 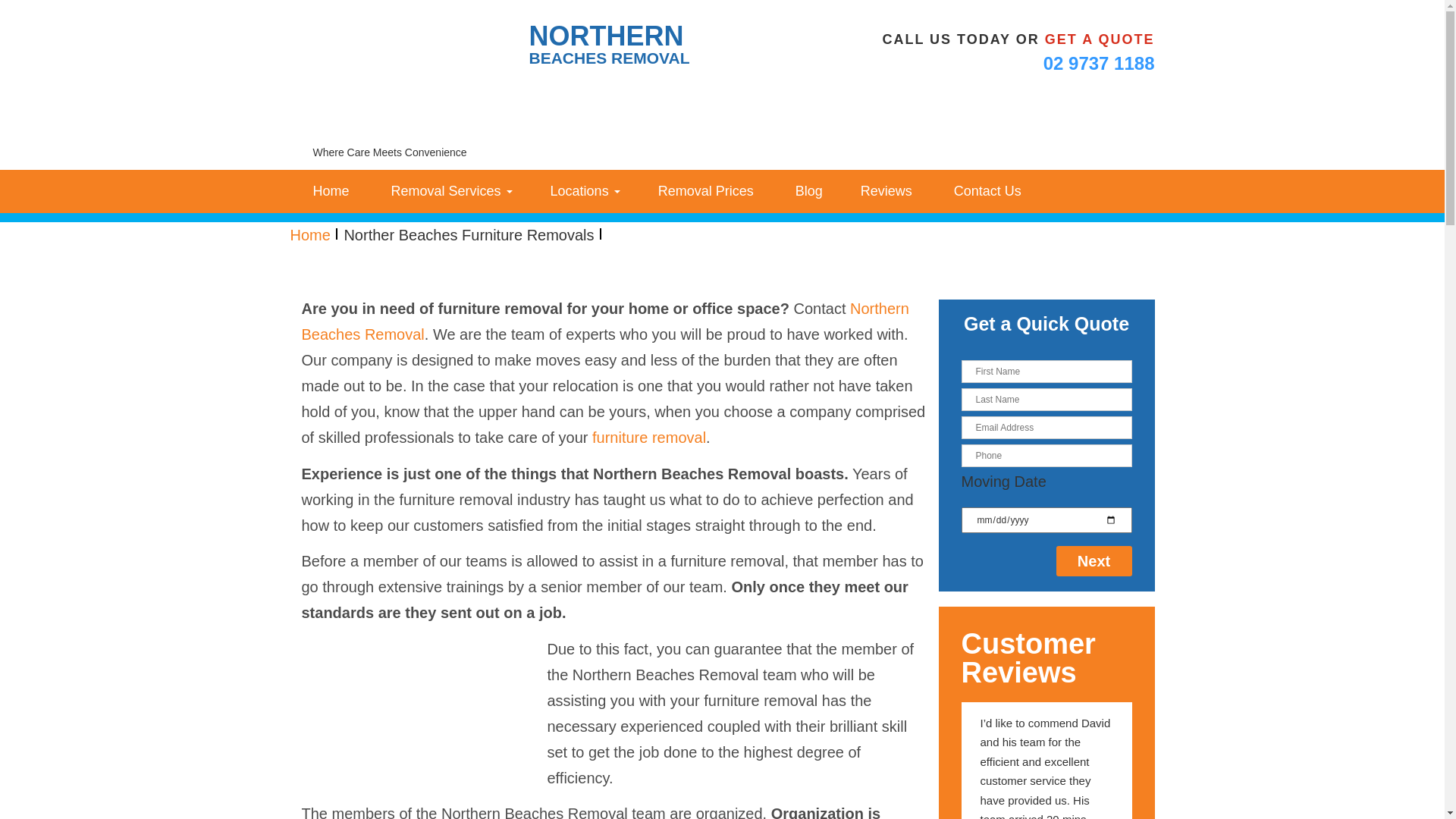 I want to click on 'GET A QUOTE', so click(x=1043, y=38).